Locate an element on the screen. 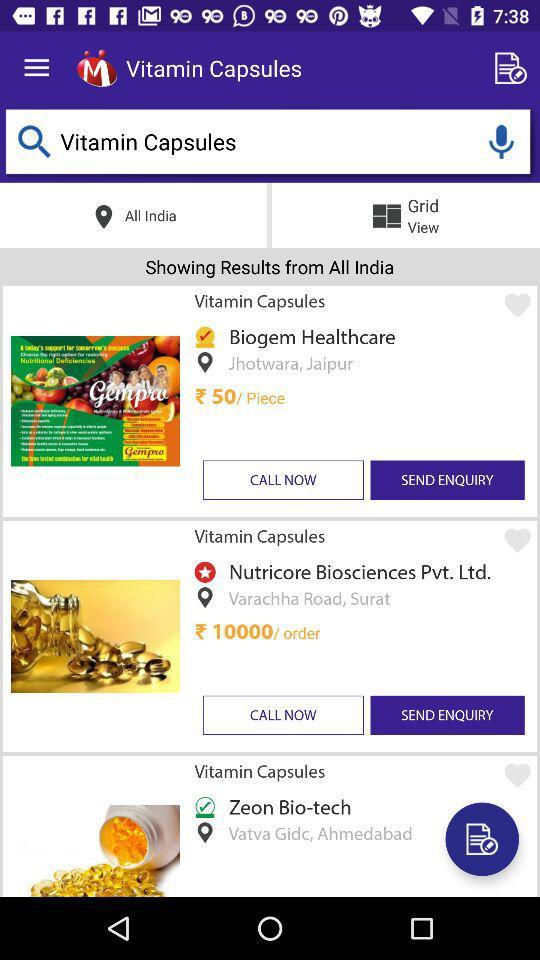  voice to text button is located at coordinates (500, 140).